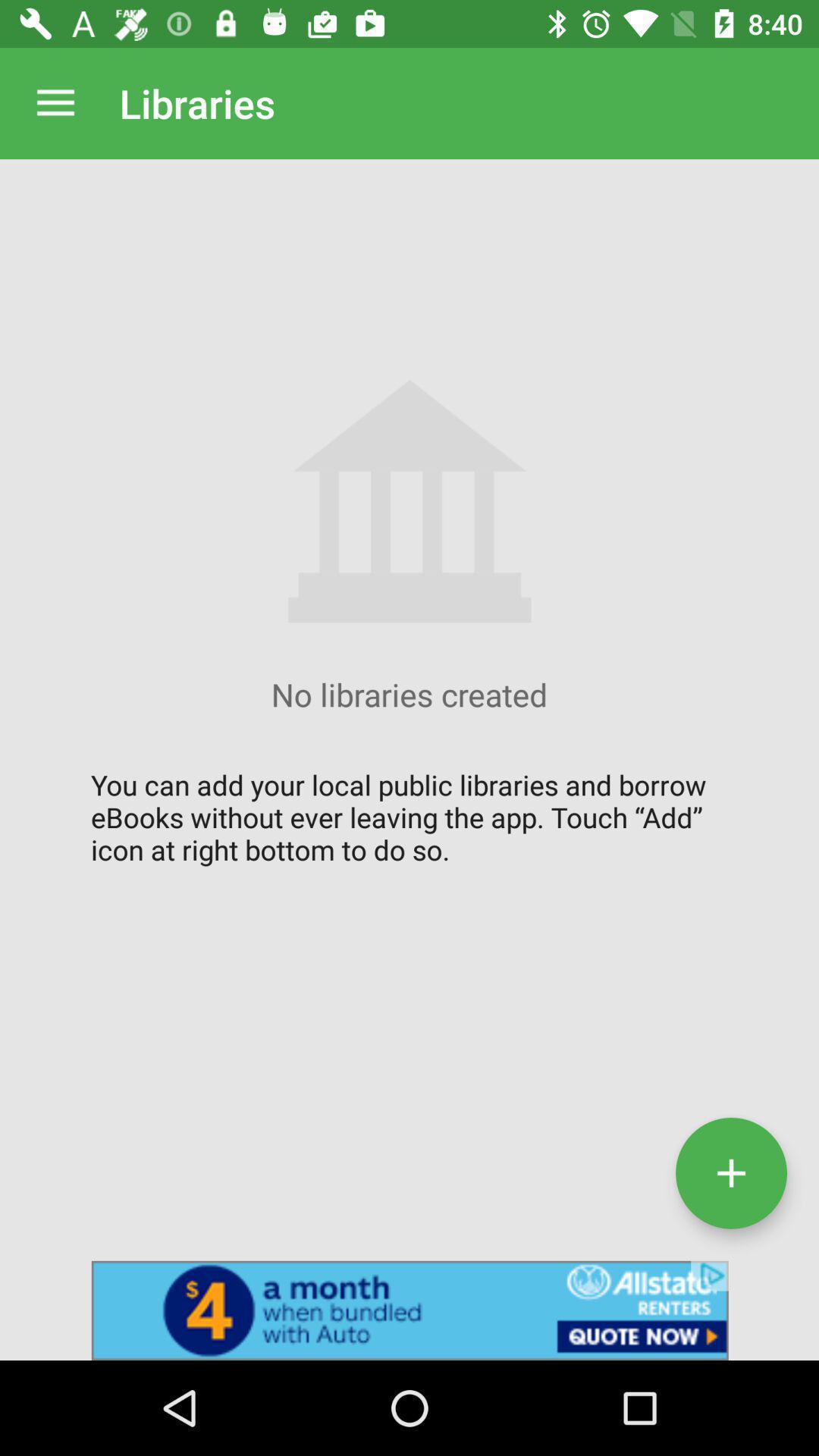 The height and width of the screenshot is (1456, 819). Describe the element at coordinates (730, 1172) in the screenshot. I see `the add icon` at that location.